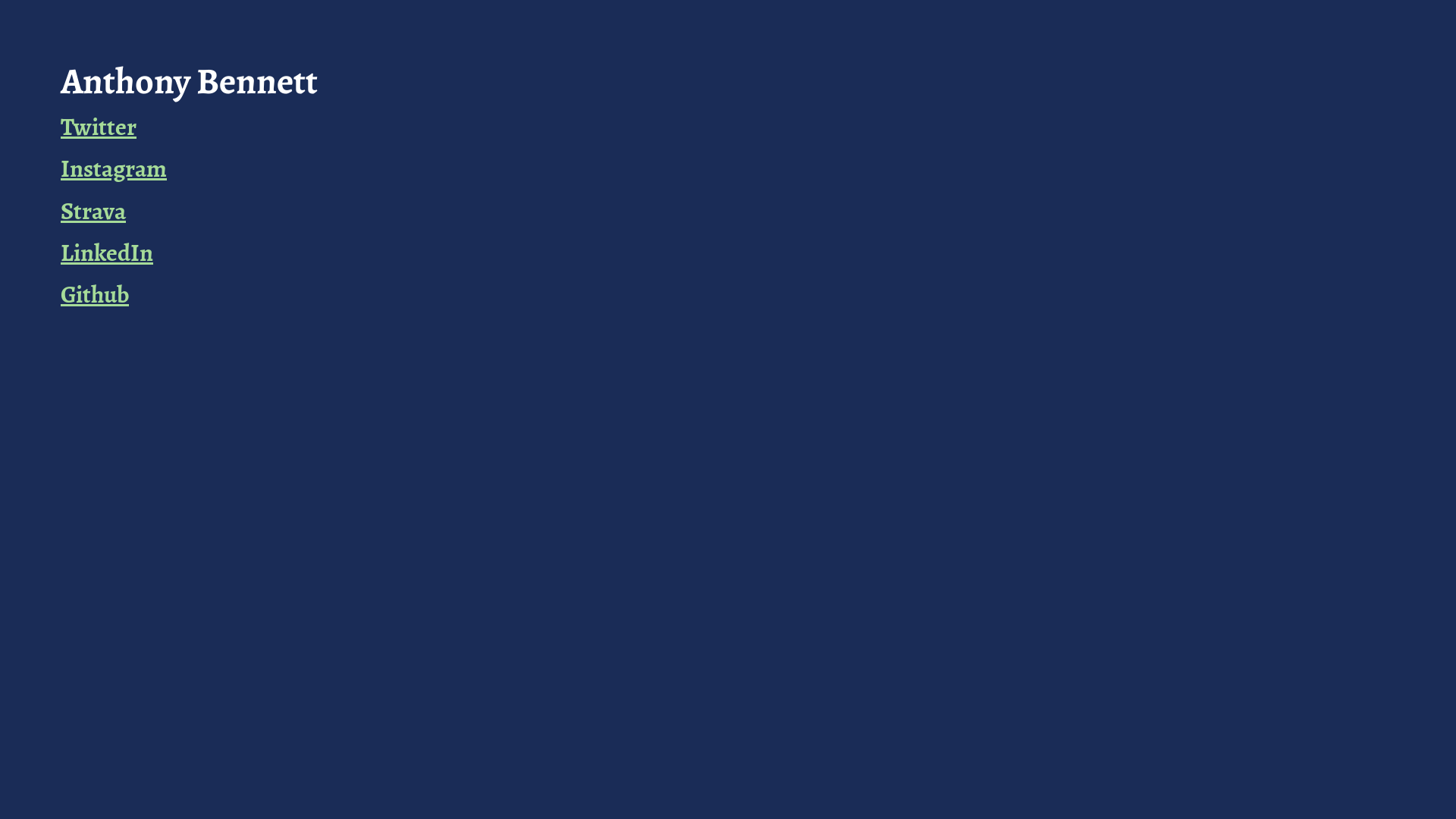  Describe the element at coordinates (61, 294) in the screenshot. I see `'Github'` at that location.